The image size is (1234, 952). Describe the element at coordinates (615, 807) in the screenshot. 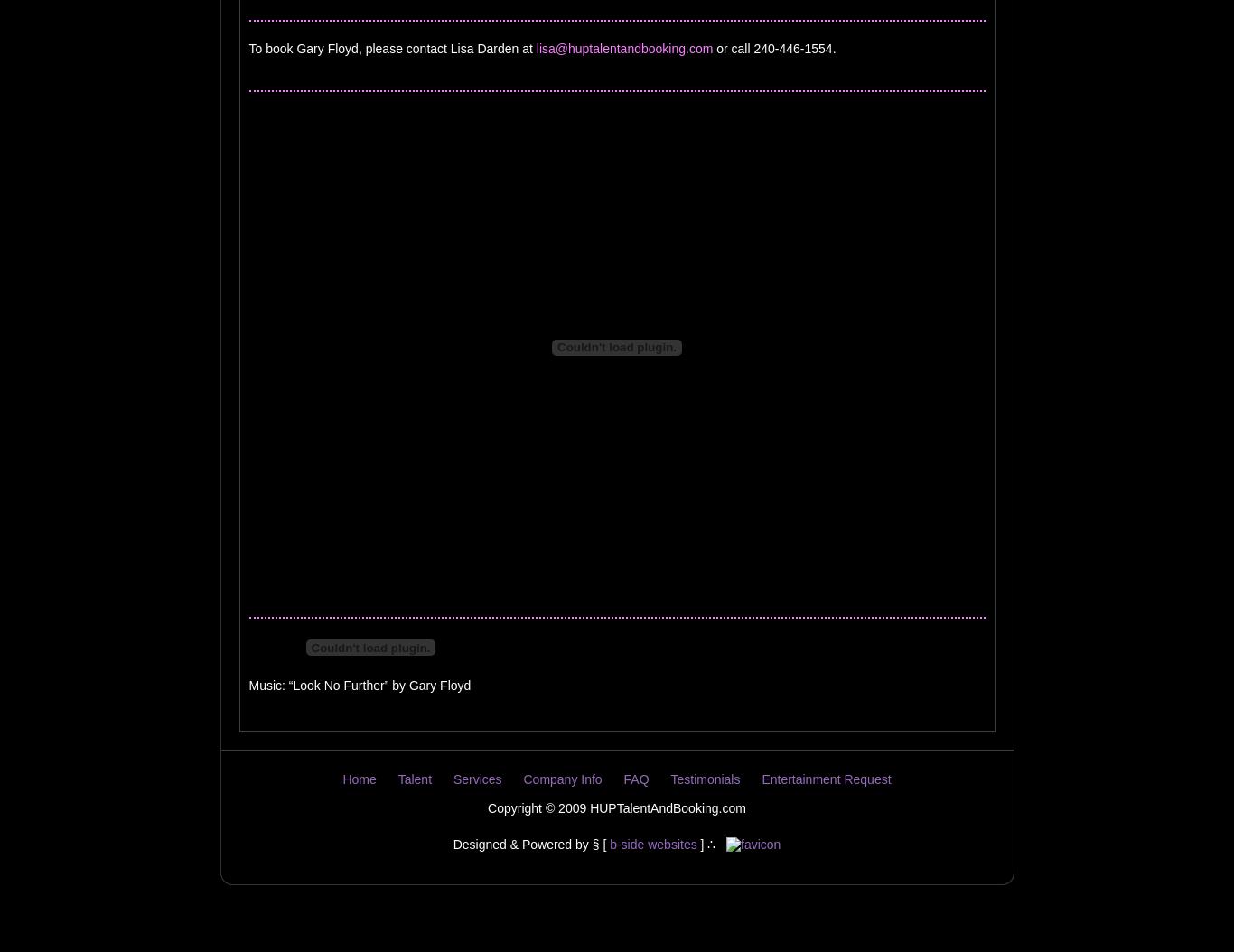

I see `'Copyright © 2009 HUPTalentAndBooking.com'` at that location.